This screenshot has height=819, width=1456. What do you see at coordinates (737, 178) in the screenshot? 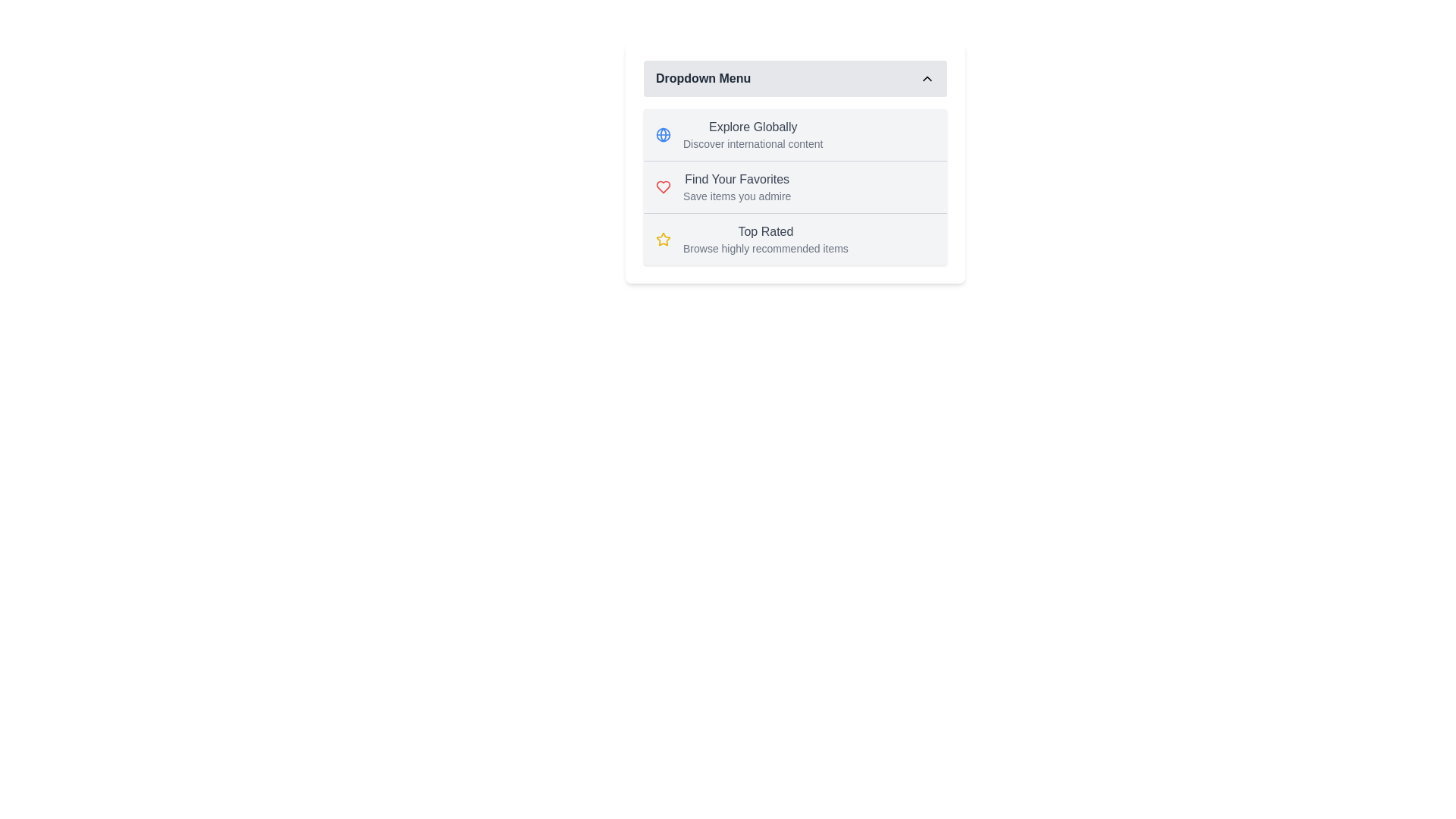
I see `the text label indicating the second item in the dropdown menu, which relates to finding and saving items` at bounding box center [737, 178].